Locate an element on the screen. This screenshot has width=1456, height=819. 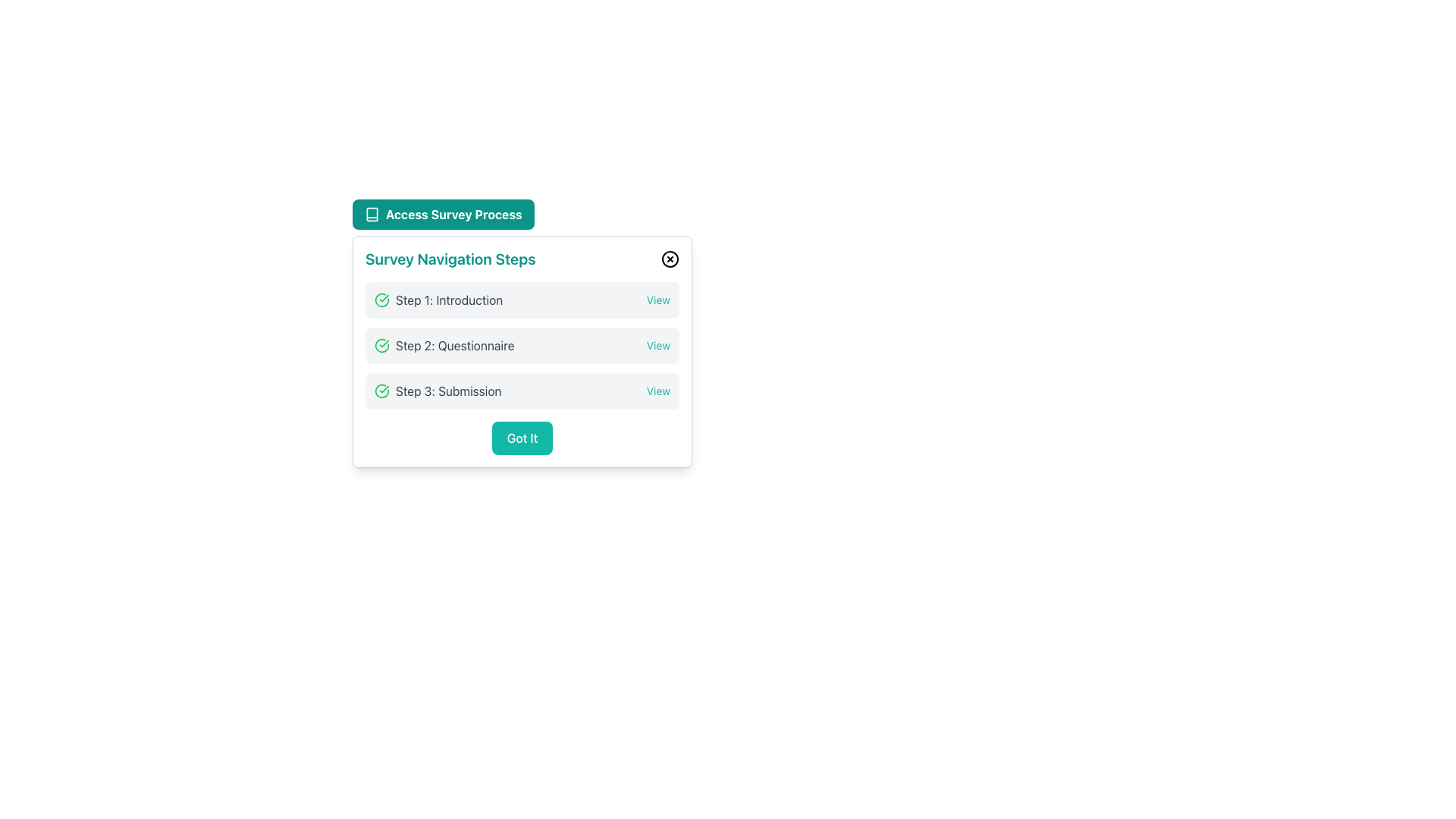
the informational text element displaying 'Step 2: Questionnaire', which is the second item in the Survey Navigation Steps list is located at coordinates (444, 345).